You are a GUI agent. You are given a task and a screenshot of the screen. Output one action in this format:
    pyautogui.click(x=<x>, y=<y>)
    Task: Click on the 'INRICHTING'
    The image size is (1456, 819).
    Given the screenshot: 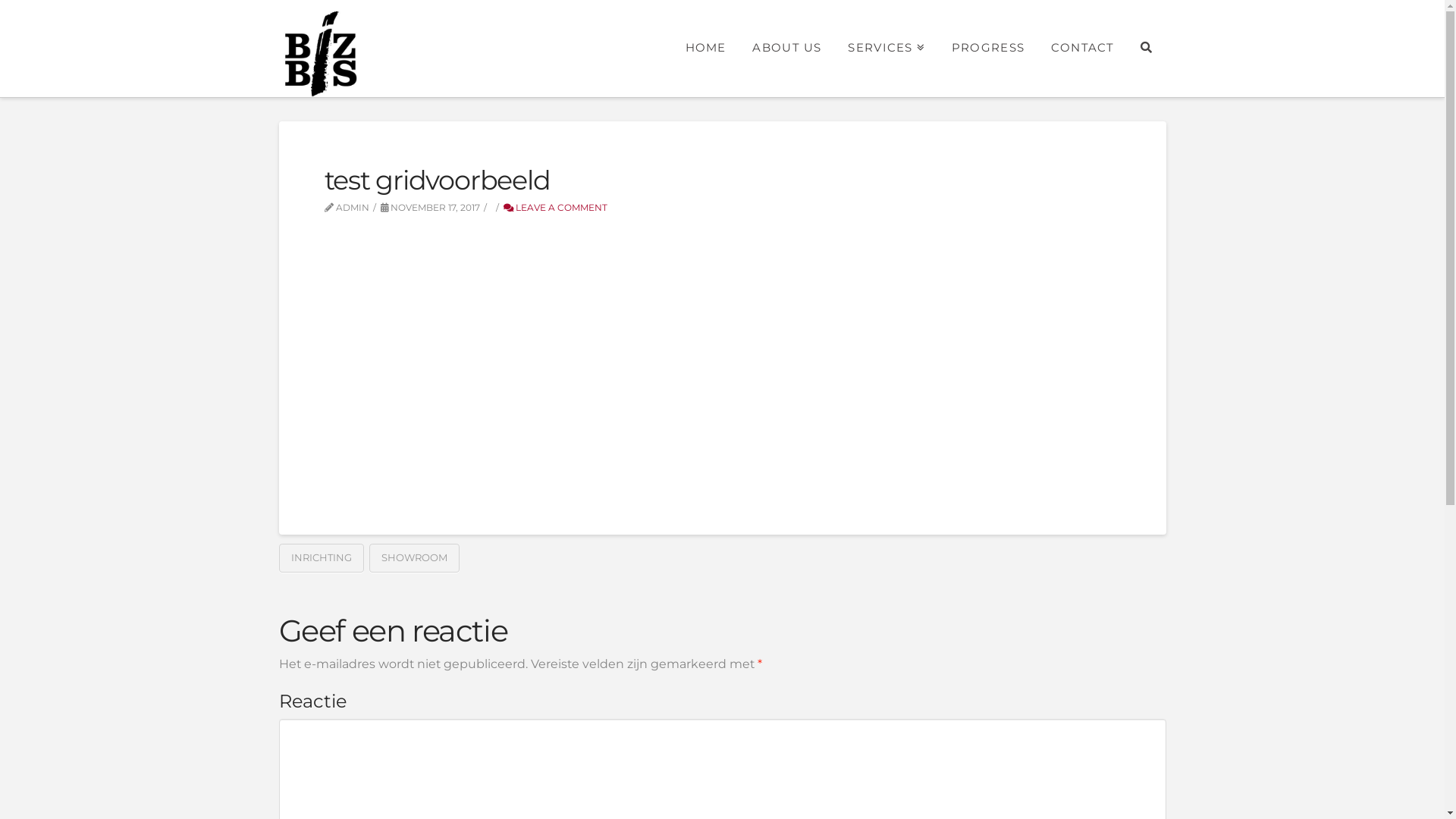 What is the action you would take?
    pyautogui.click(x=320, y=558)
    